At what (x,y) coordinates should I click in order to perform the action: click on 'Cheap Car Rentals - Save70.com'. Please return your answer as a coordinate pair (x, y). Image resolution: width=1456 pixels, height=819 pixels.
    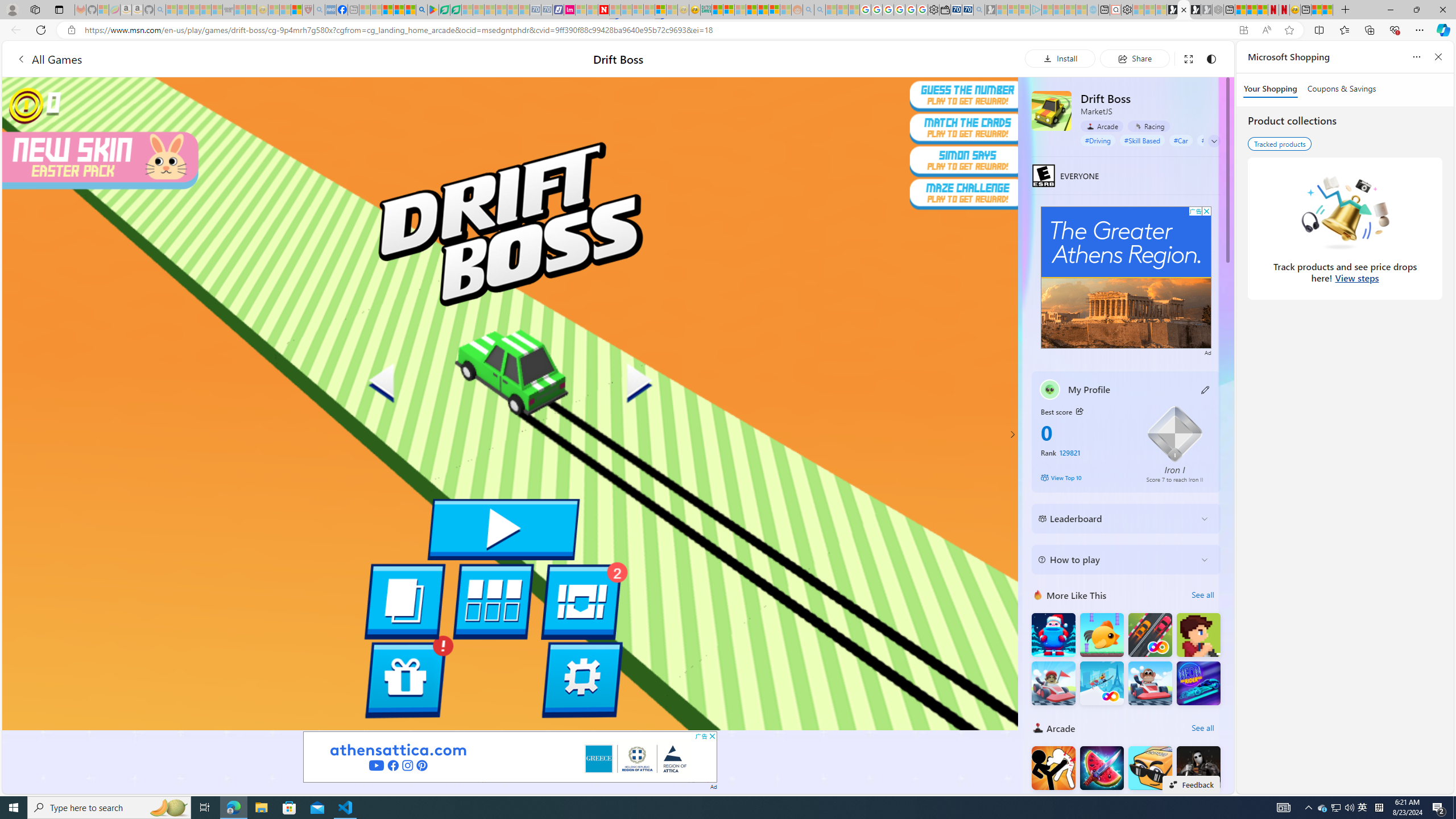
    Looking at the image, I should click on (967, 9).